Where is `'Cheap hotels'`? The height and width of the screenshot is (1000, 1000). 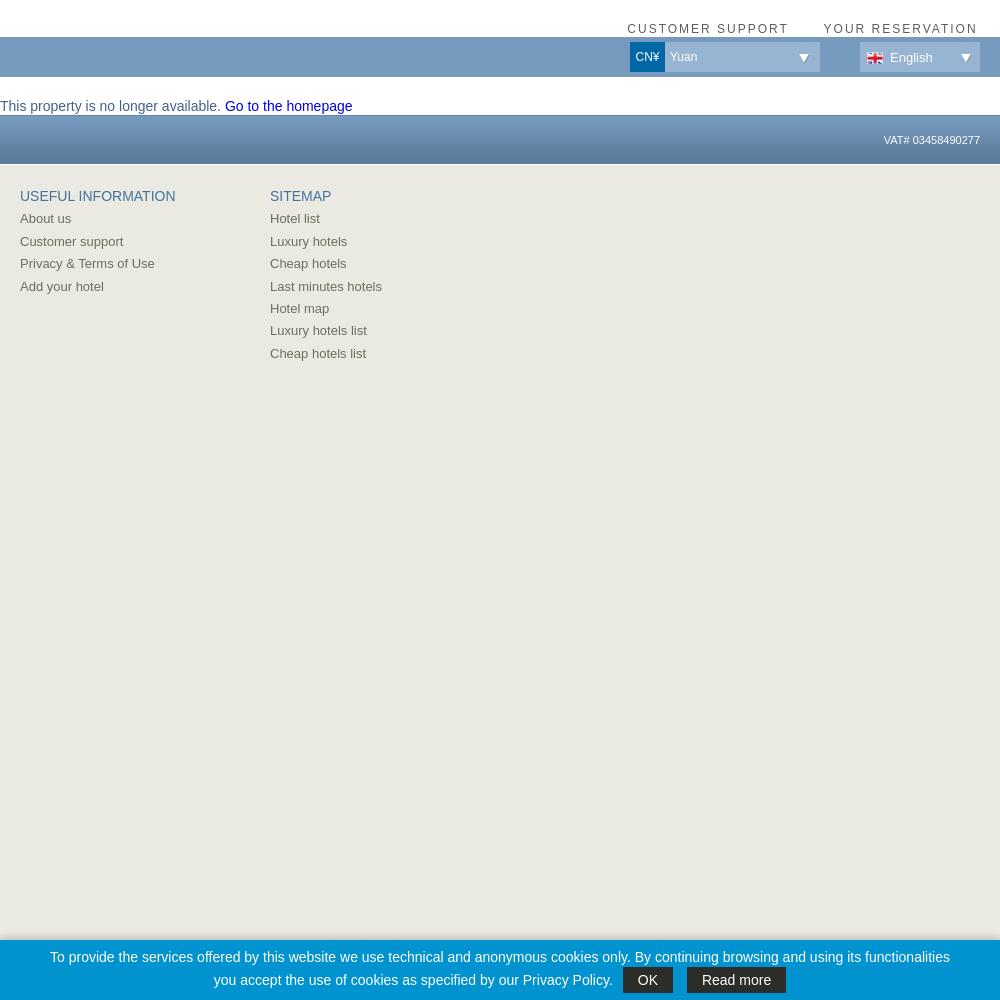
'Cheap hotels' is located at coordinates (308, 263).